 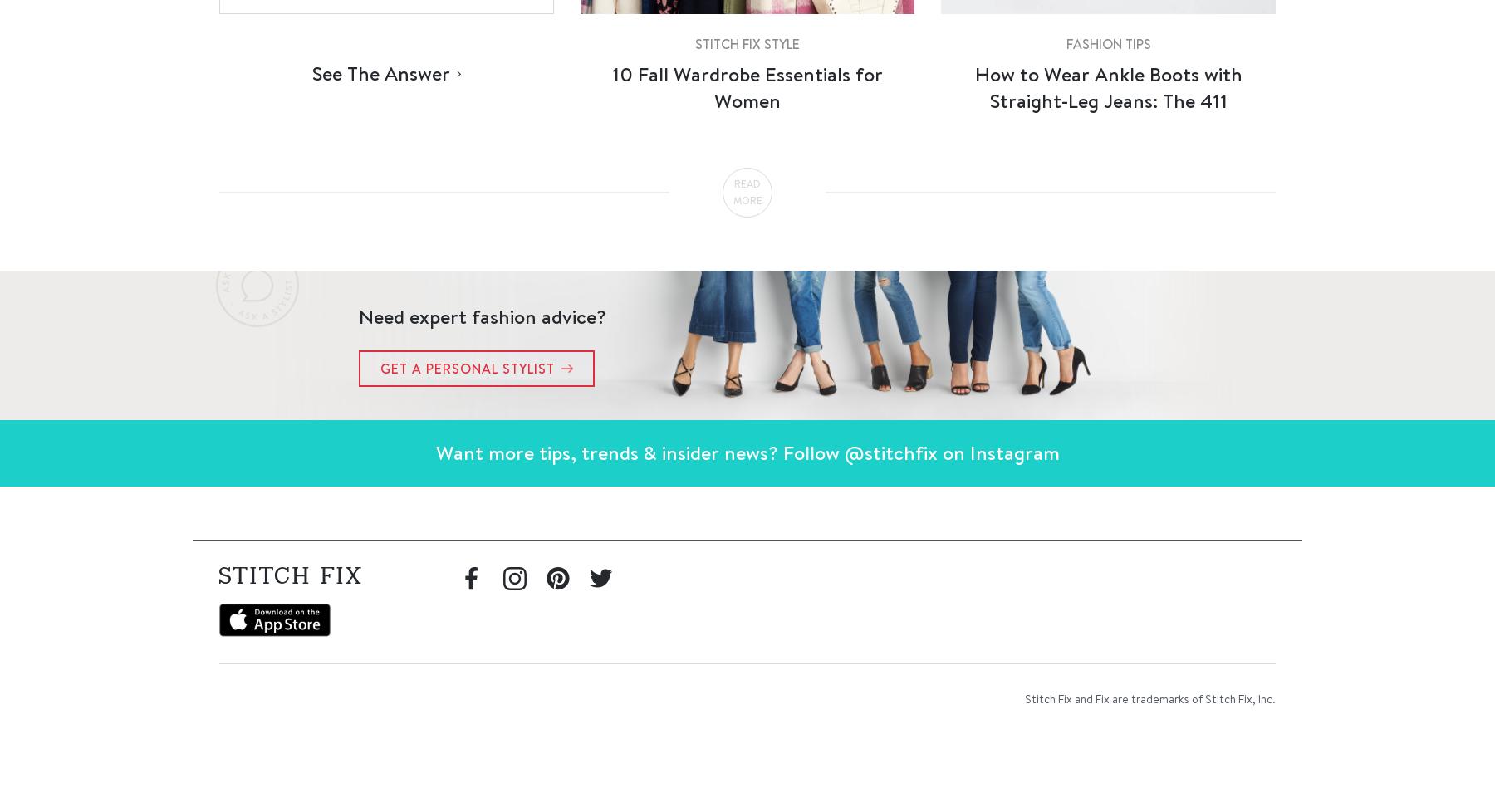 I want to click on 'Fashion Tips', so click(x=1107, y=43).